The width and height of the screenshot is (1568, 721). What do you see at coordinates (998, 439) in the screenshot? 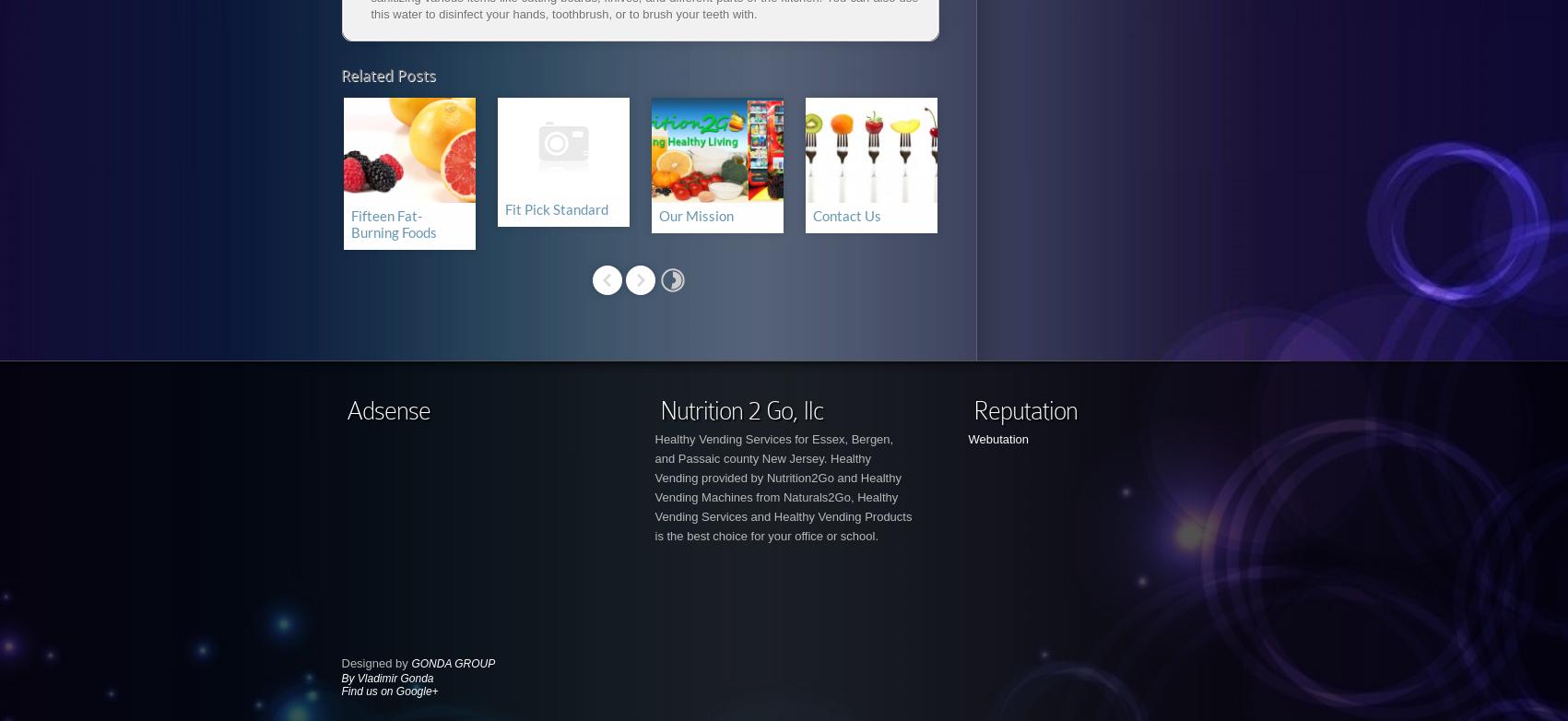
I see `'Webutation'` at bounding box center [998, 439].